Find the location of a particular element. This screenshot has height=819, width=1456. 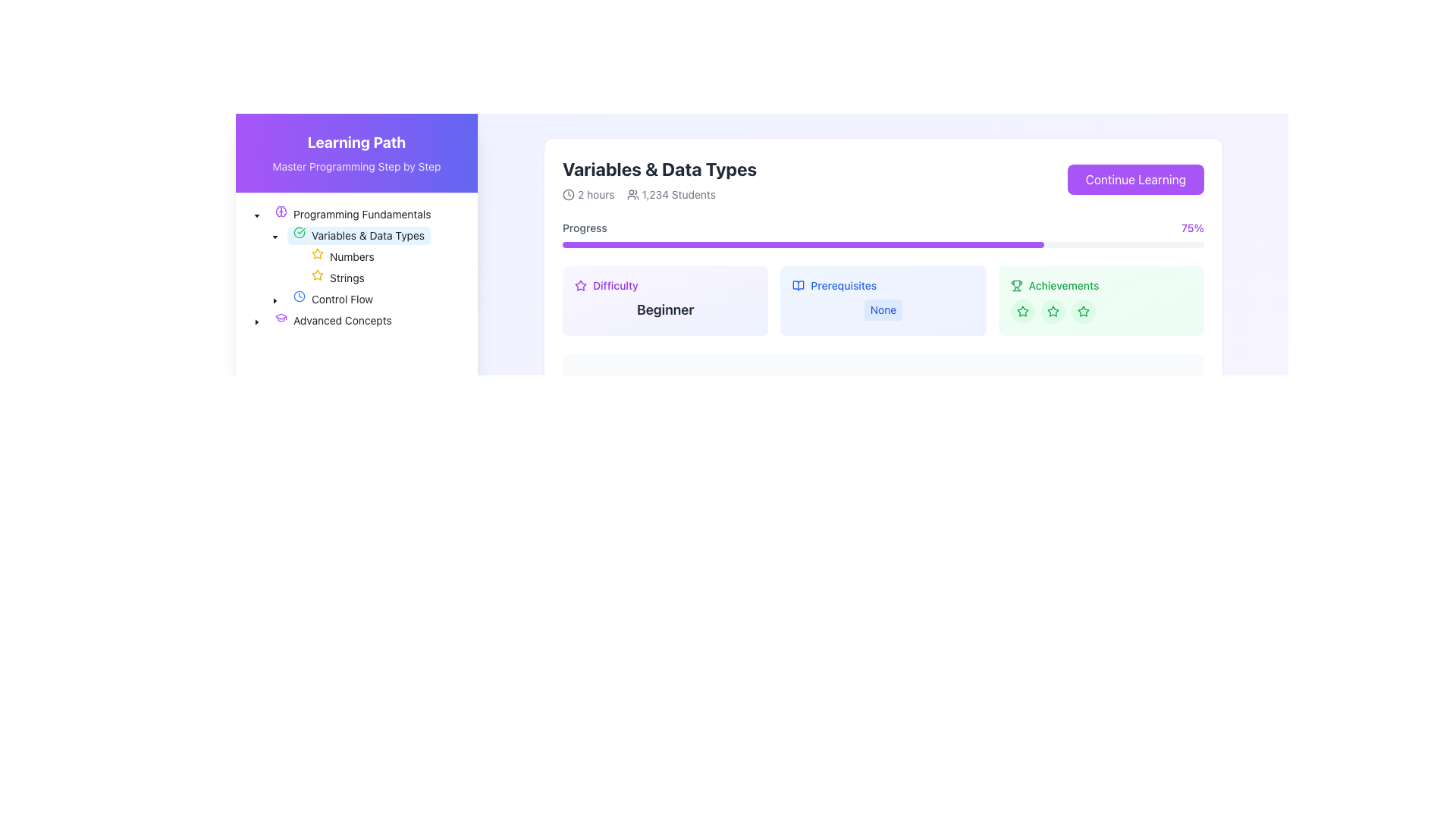

the second star-shaped icon located in the 'Achievements' section is located at coordinates (1022, 310).